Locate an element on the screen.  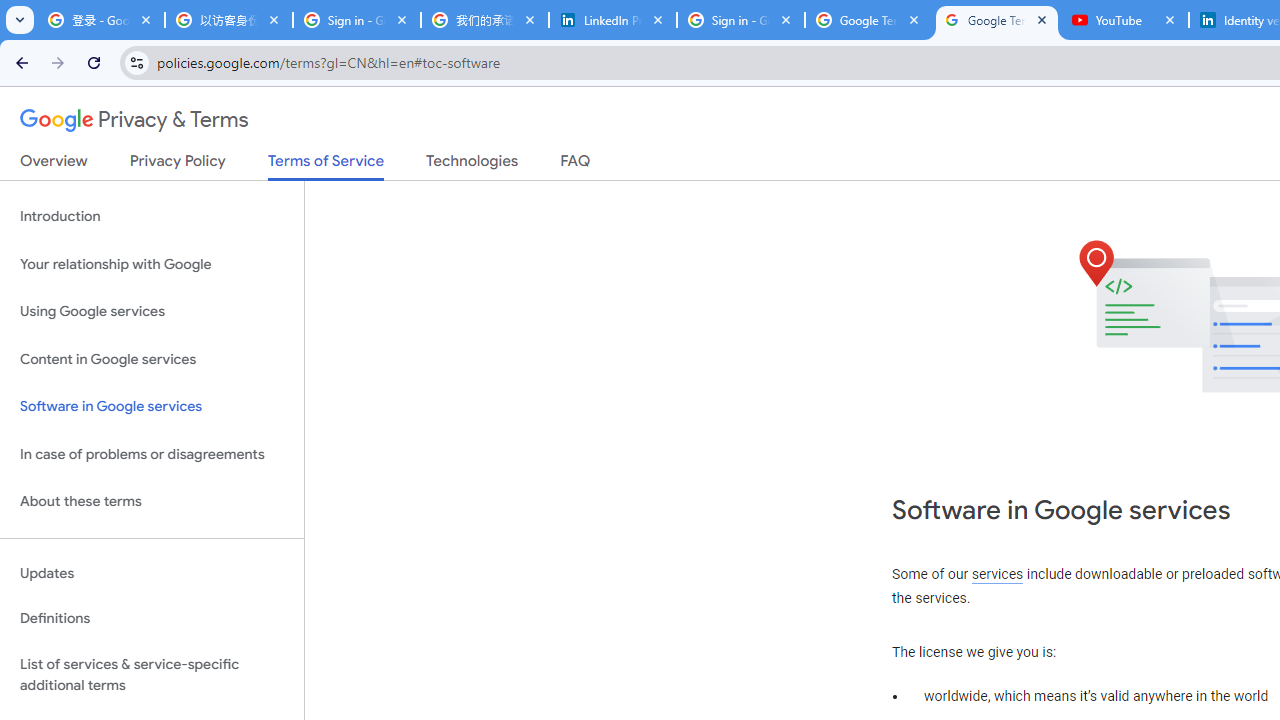
'Using Google services' is located at coordinates (151, 312).